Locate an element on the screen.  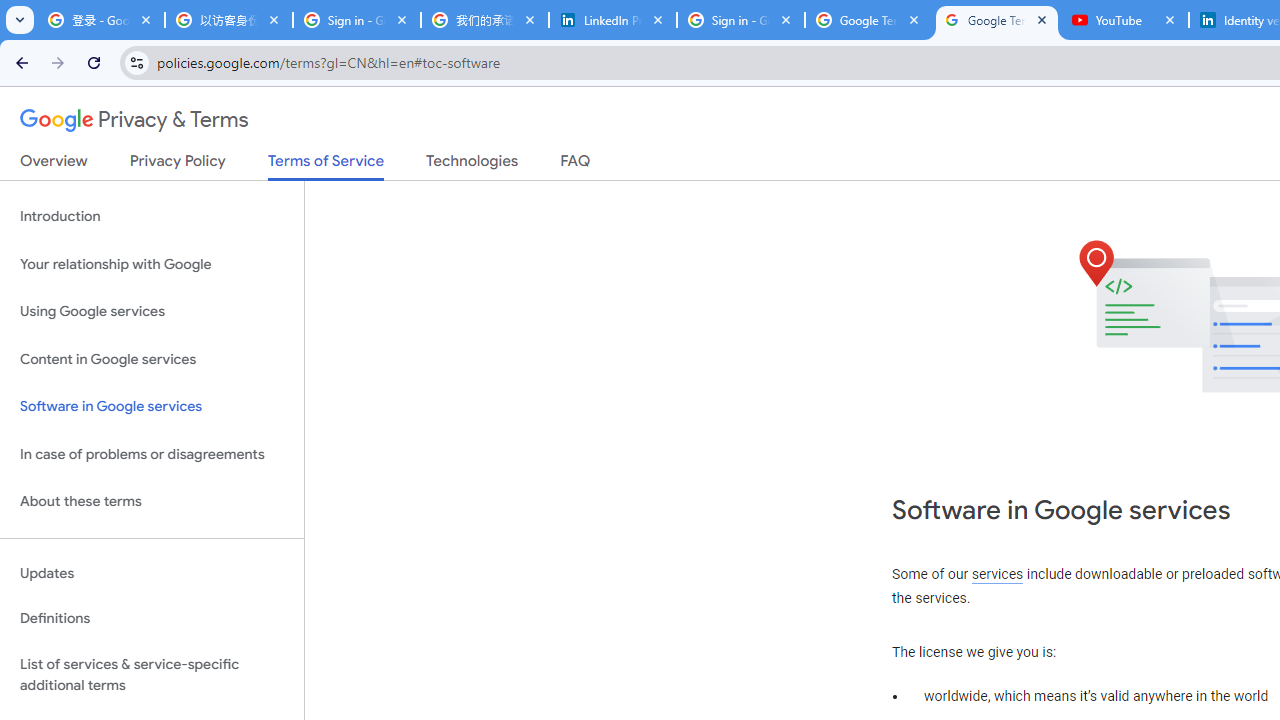
'Using Google services' is located at coordinates (151, 312).